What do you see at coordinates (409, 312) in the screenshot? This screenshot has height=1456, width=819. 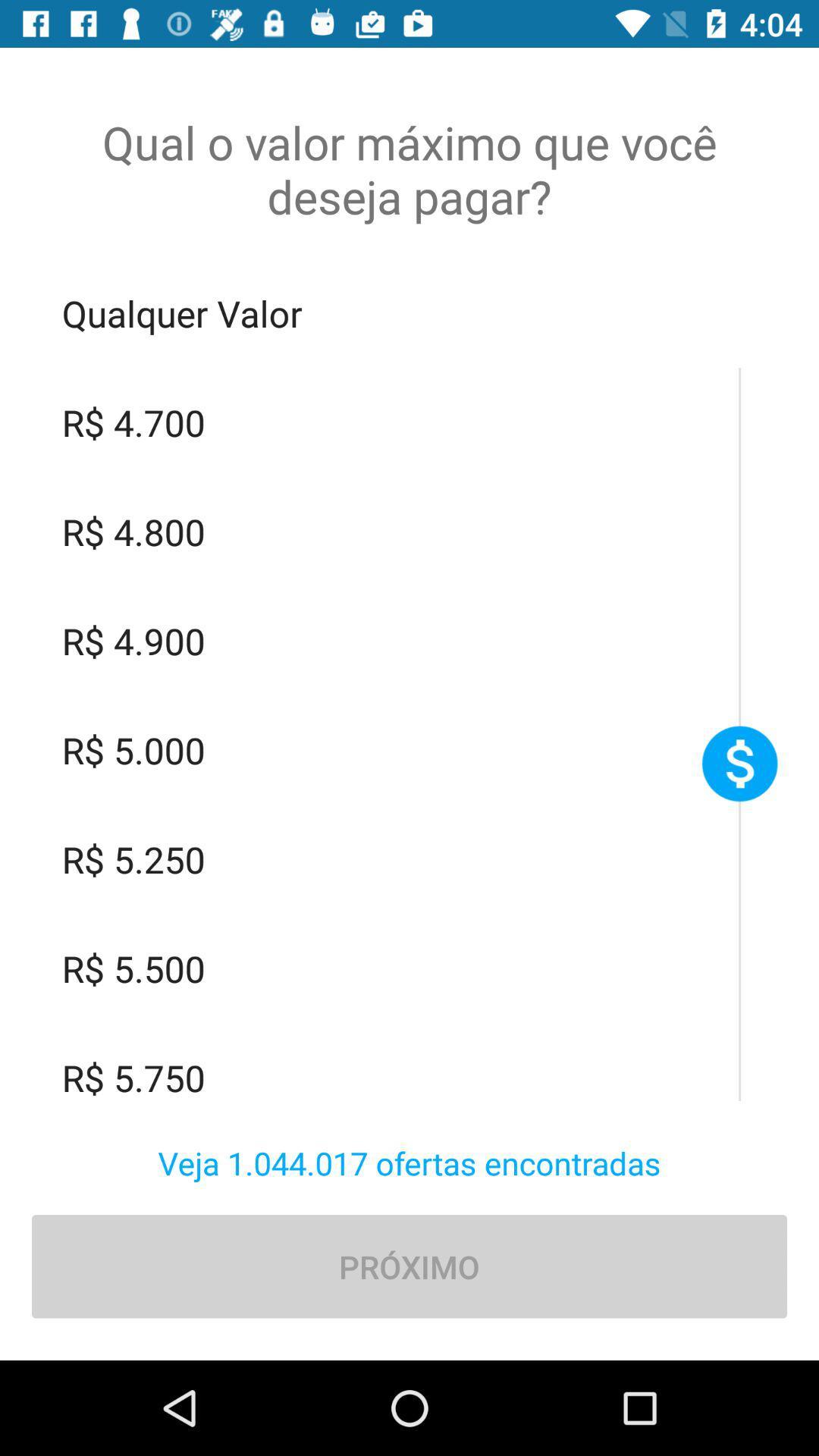 I see `qualquer valor` at bounding box center [409, 312].